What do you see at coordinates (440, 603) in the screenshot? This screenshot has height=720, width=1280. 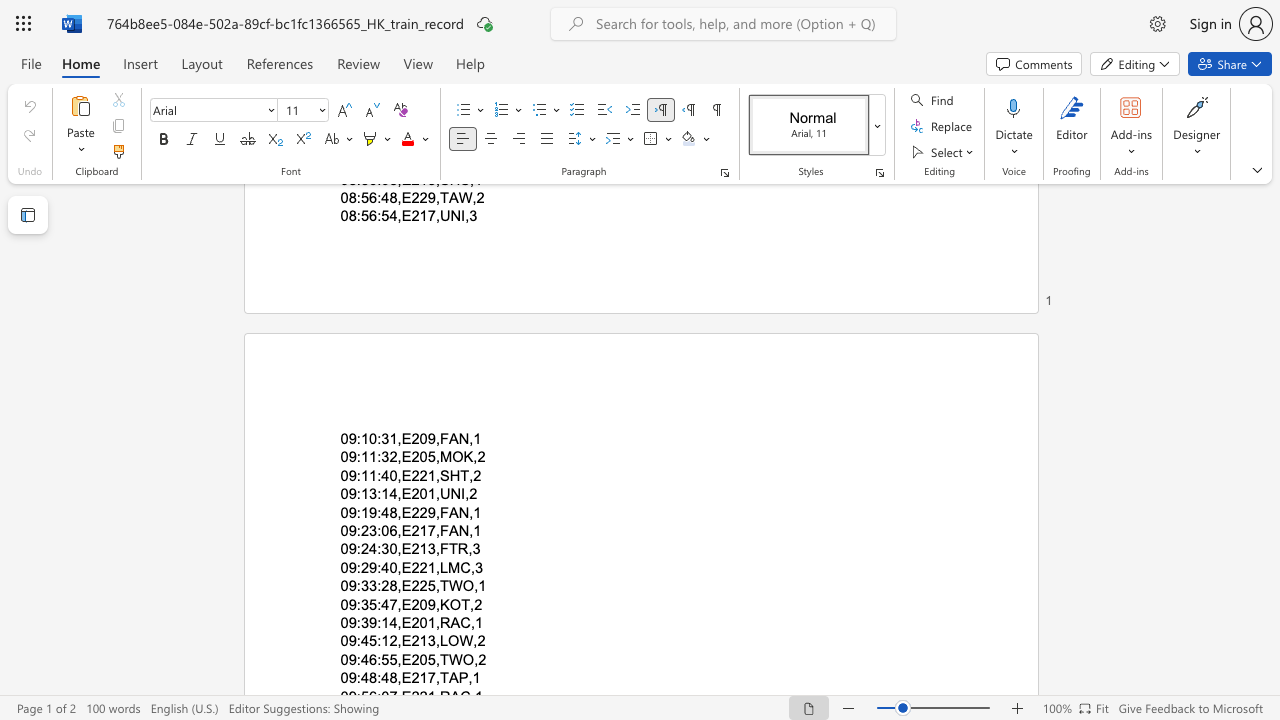 I see `the space between the continuous character "," and "K" in the text` at bounding box center [440, 603].